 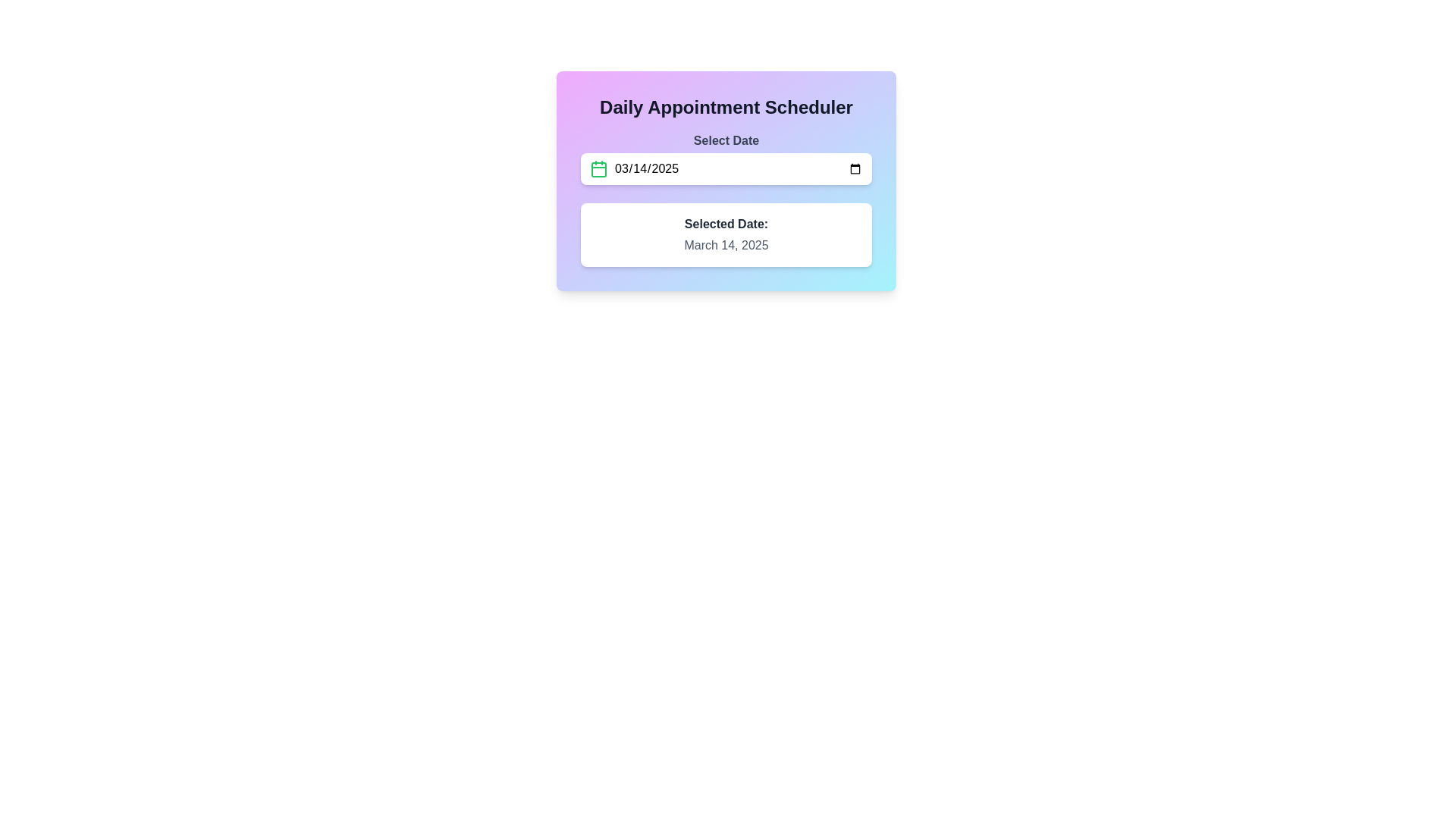 What do you see at coordinates (598, 169) in the screenshot?
I see `the calendar icon located at the top-left corner of the date input area, which opens the date picker widget` at bounding box center [598, 169].